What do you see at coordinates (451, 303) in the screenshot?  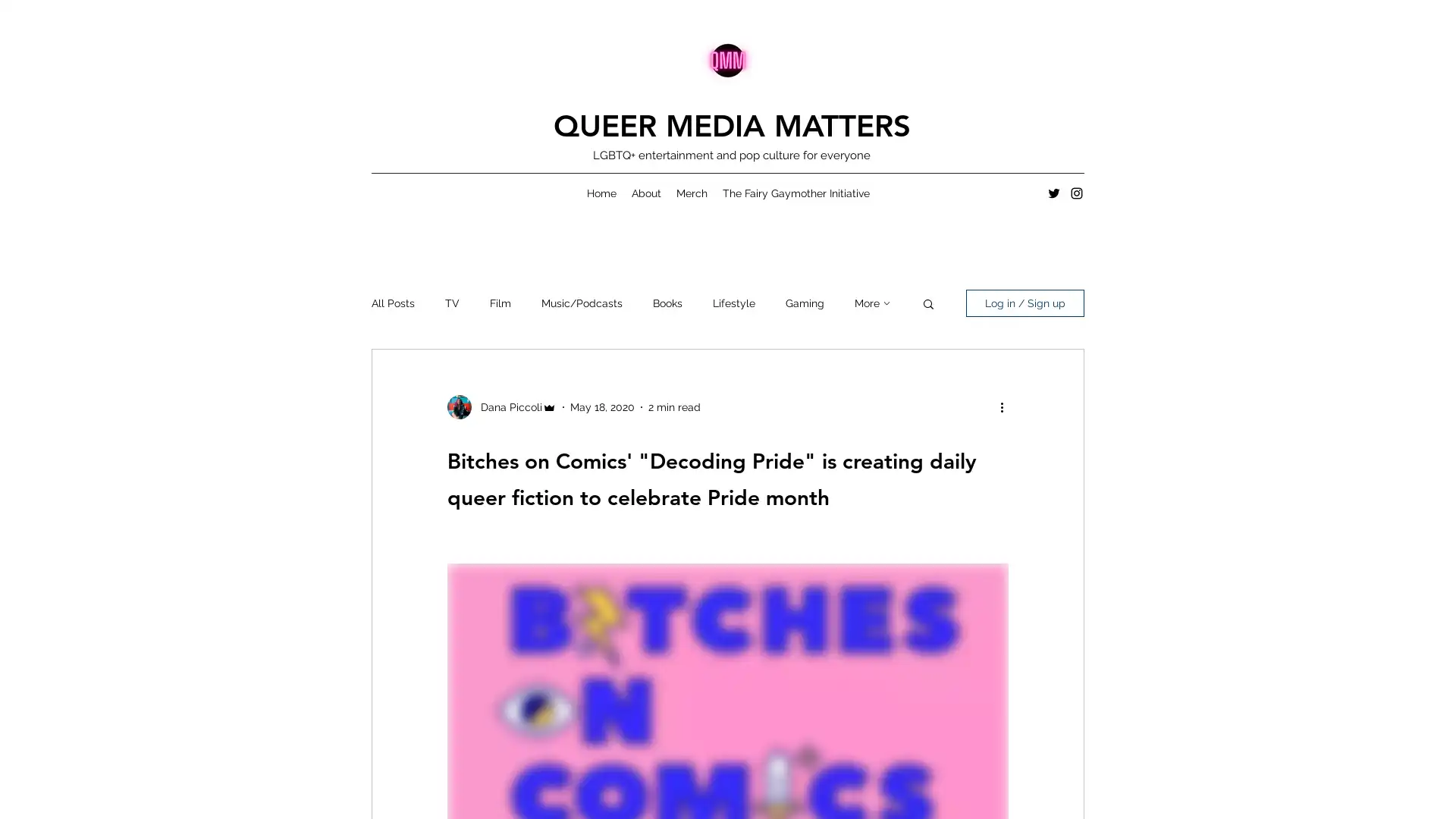 I see `TV` at bounding box center [451, 303].